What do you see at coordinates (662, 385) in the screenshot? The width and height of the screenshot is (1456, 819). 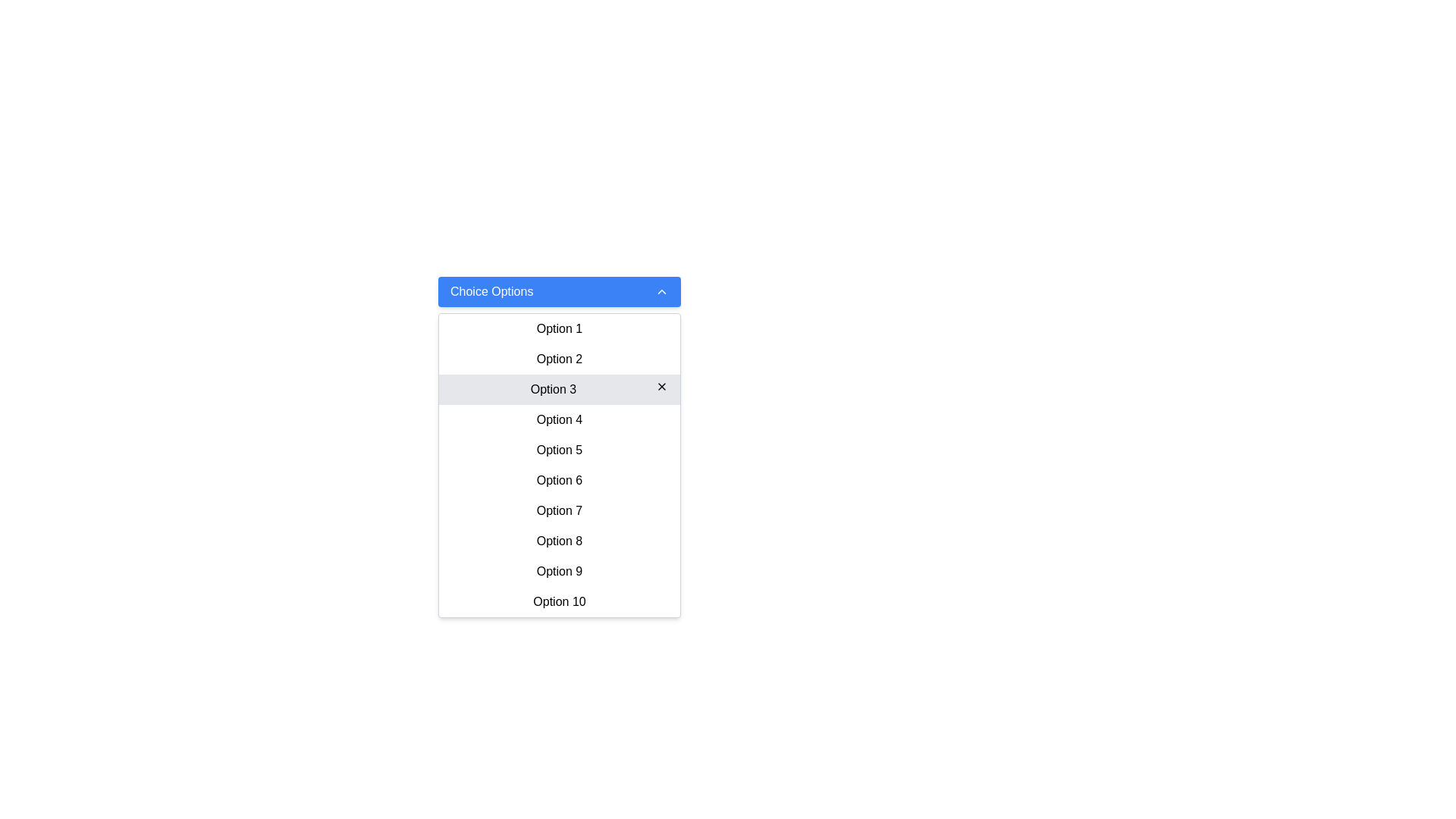 I see `the close icon button located to the far right of the 'Option 3' entry in the list` at bounding box center [662, 385].